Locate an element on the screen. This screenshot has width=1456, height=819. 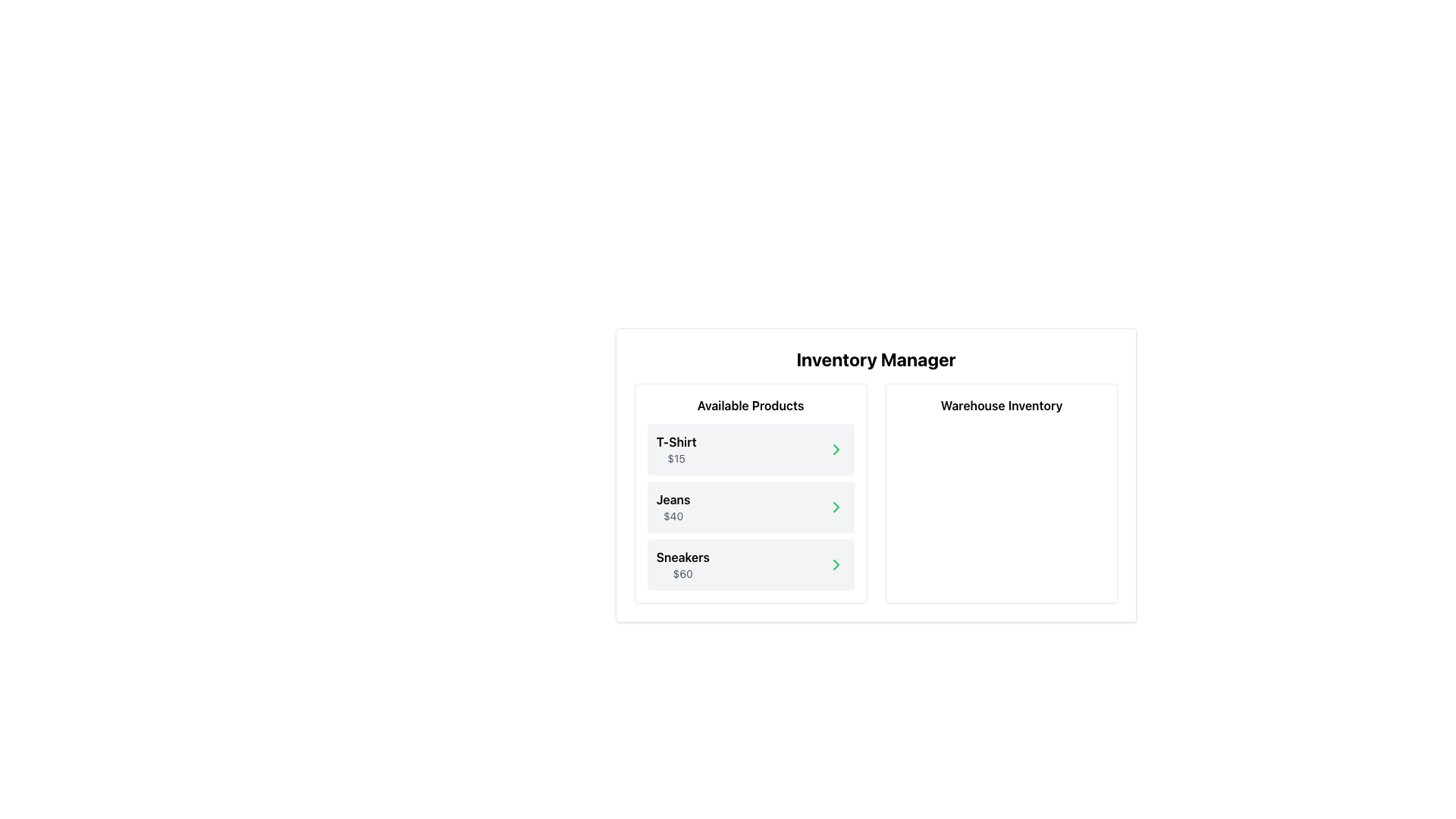
the product listing card for 'Sneakers' priced at '$60' is located at coordinates (682, 564).